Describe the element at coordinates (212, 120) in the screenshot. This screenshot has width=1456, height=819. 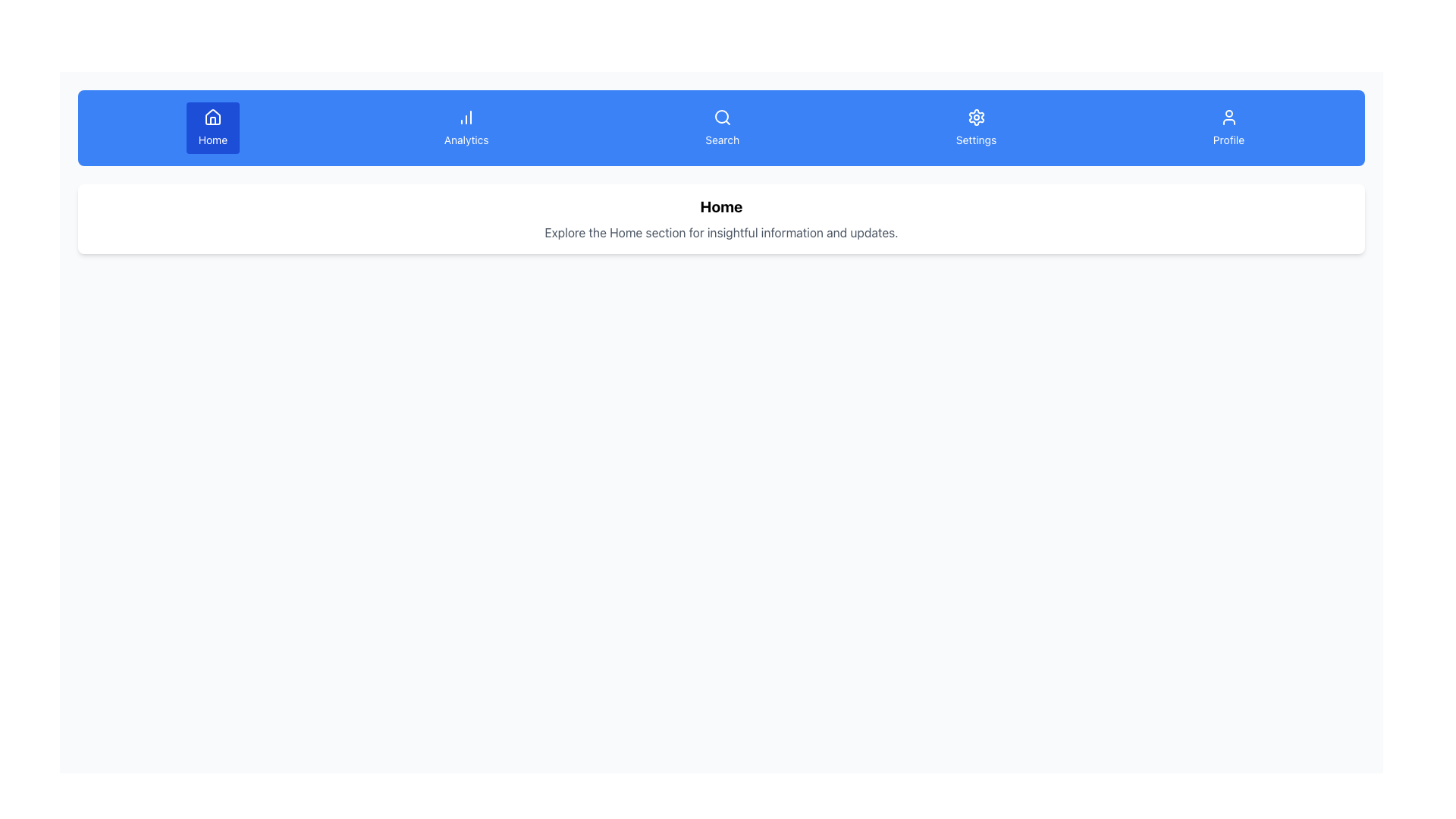
I see `the minimalist house icon within the blue square button on the top navigation bar, which is labeled 'Home'` at that location.